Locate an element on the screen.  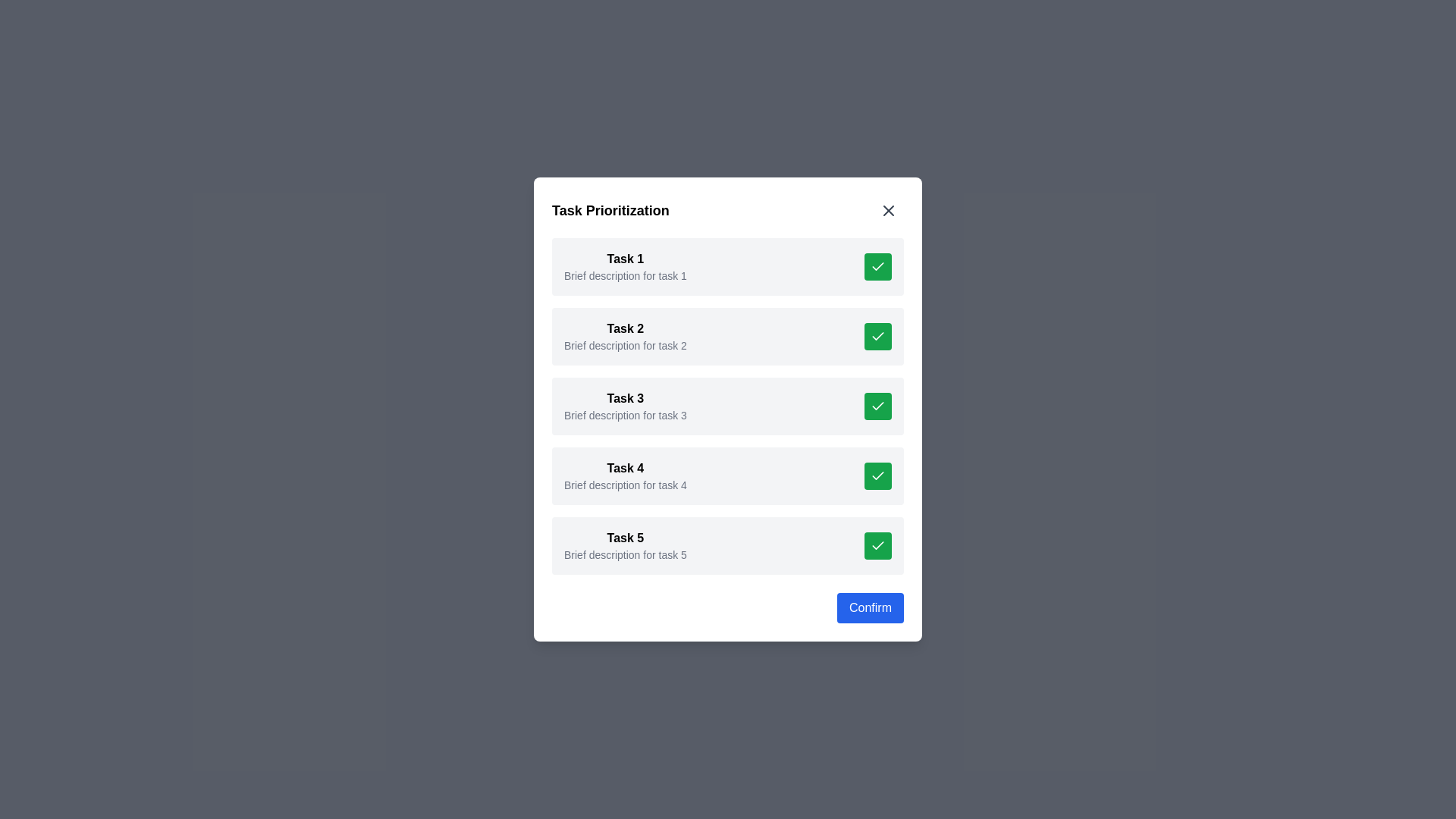
the heading label for task 5 is located at coordinates (626, 537).